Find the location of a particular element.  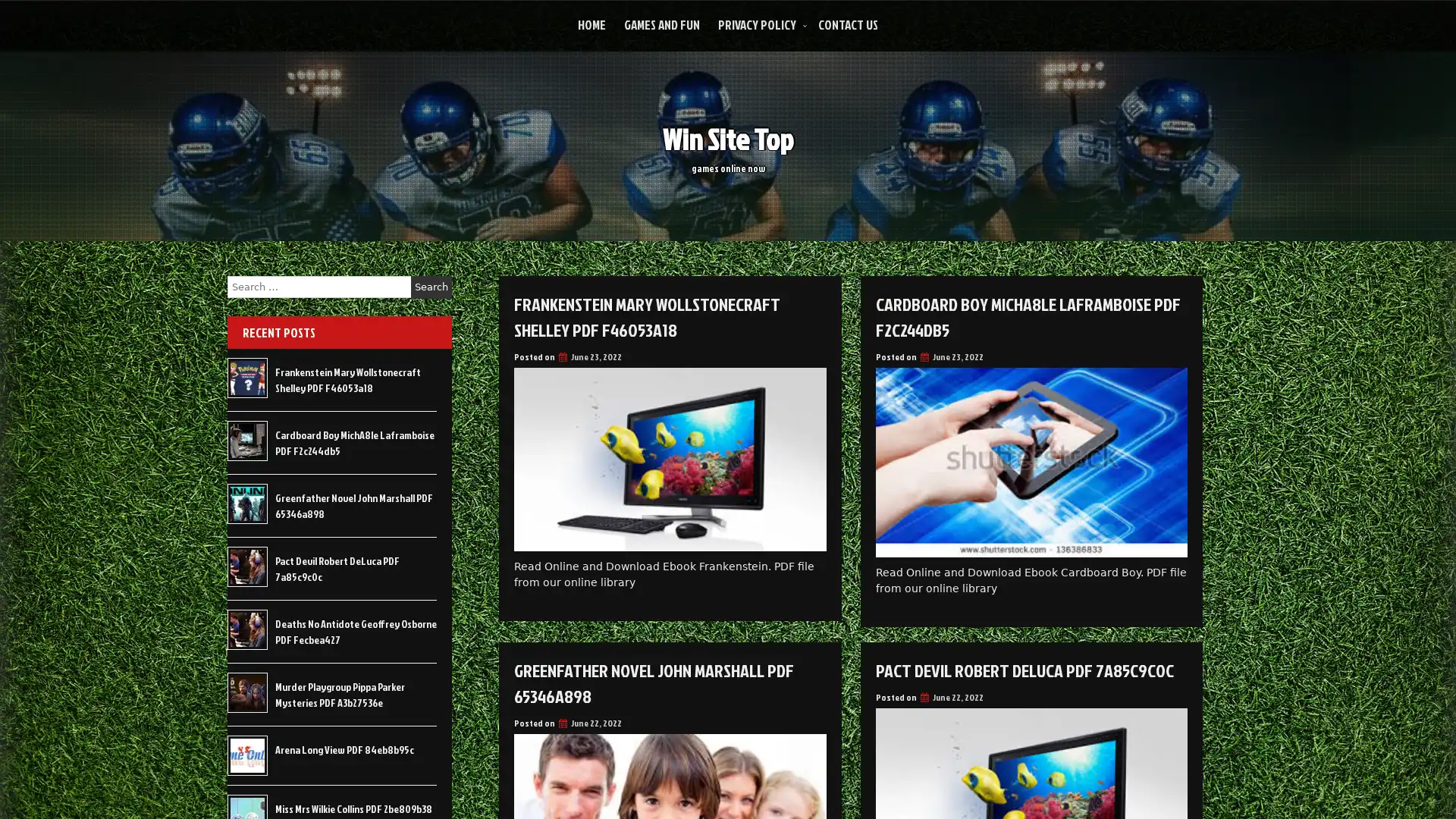

Search is located at coordinates (431, 287).